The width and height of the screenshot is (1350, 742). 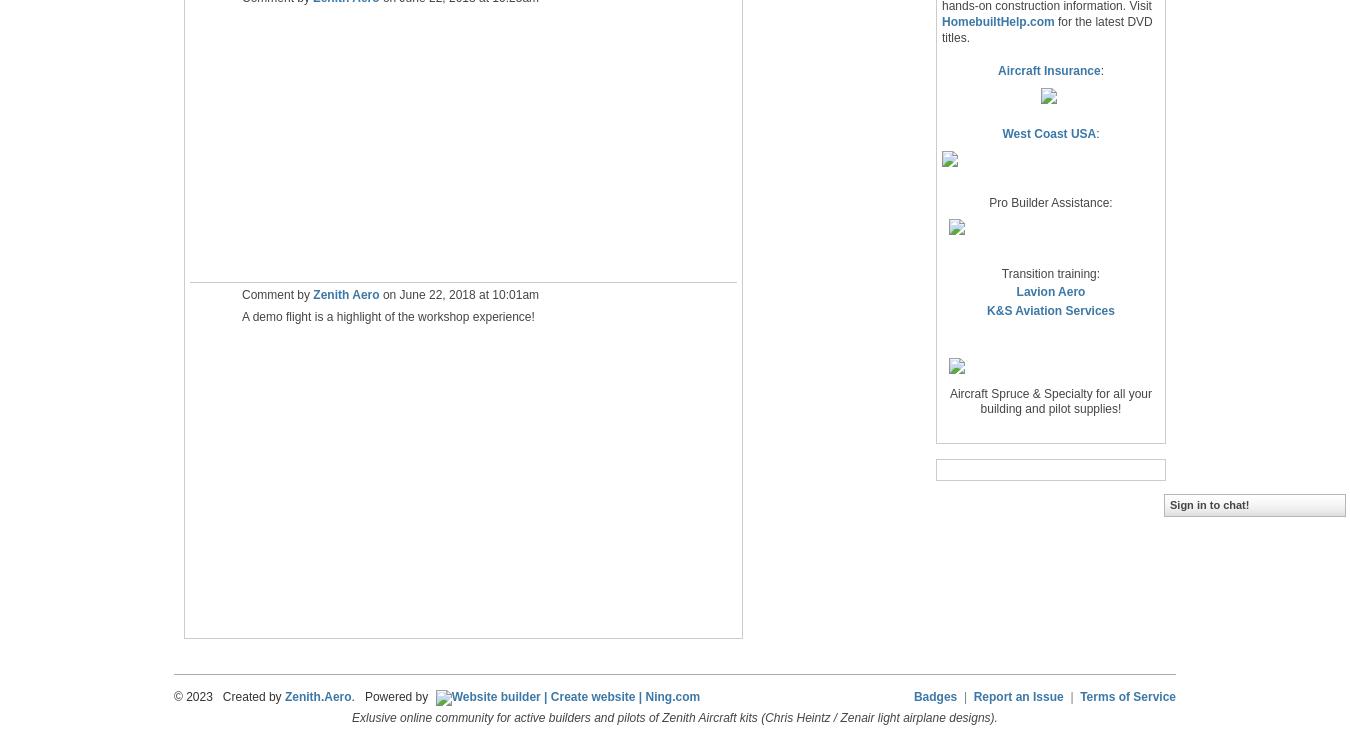 I want to click on 'Aircraft Insurance', so click(x=995, y=70).